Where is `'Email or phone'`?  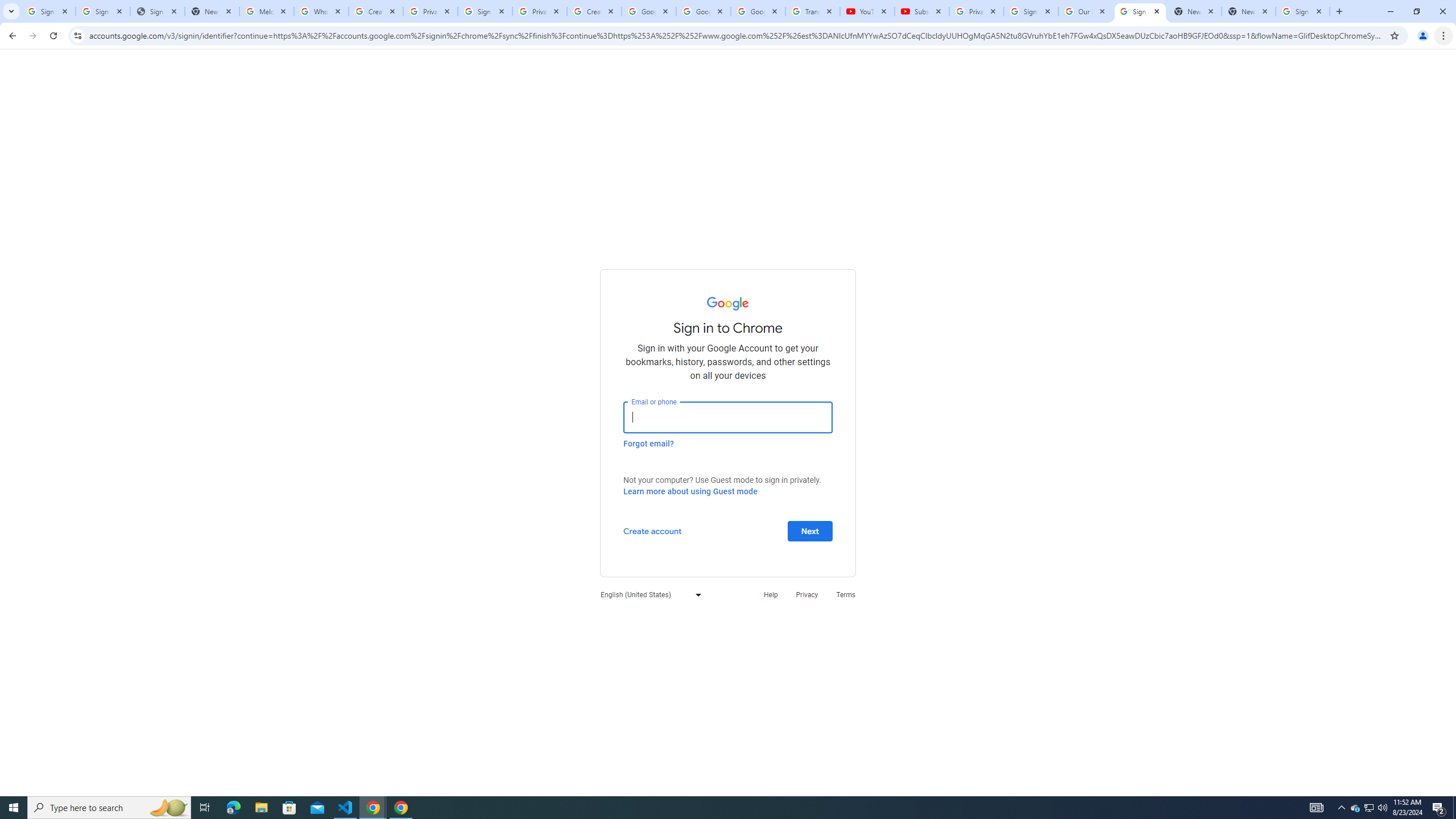
'Email or phone' is located at coordinates (728, 416).